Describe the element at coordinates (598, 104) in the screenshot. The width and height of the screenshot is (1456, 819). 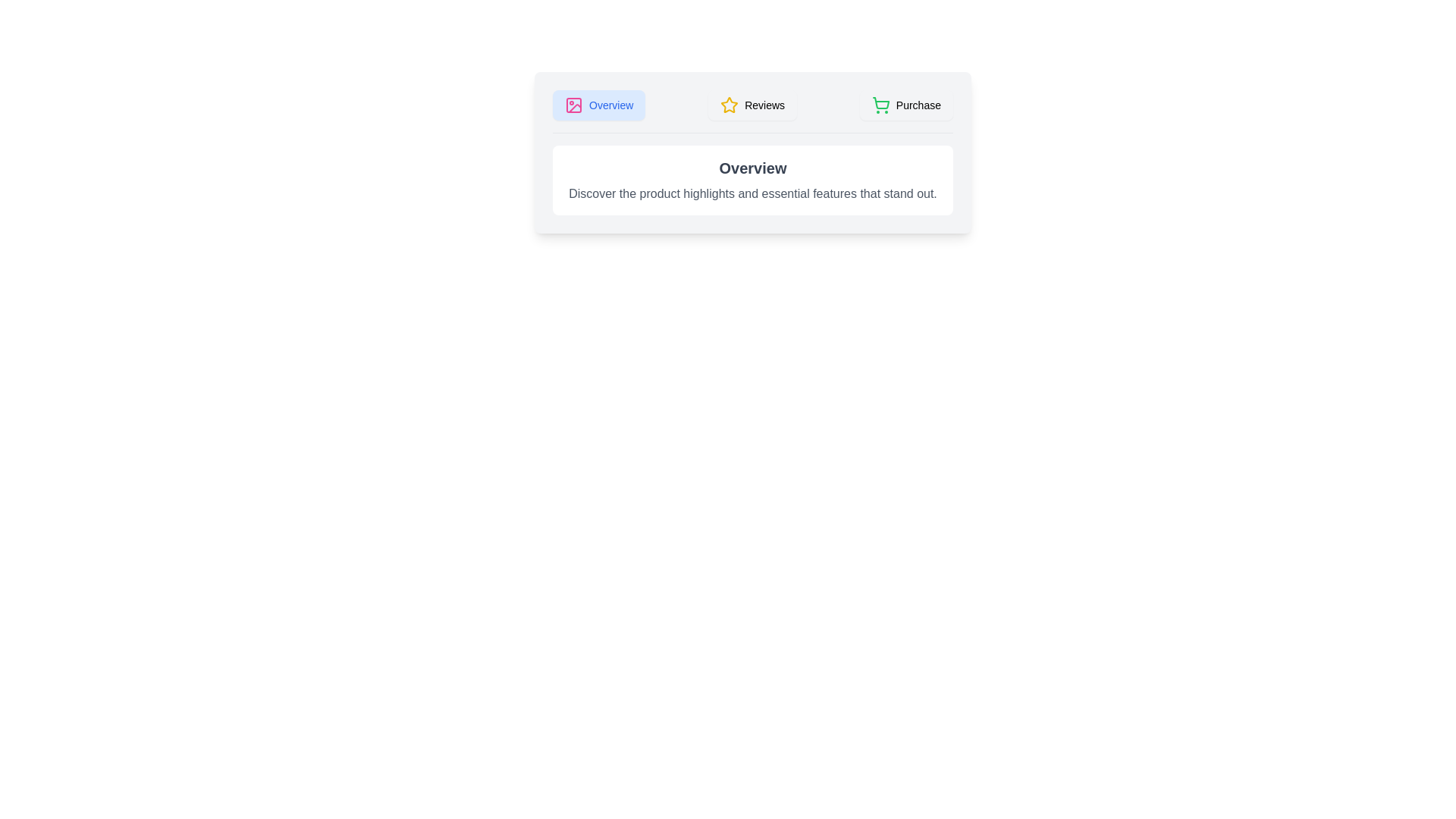
I see `the Overview tab to view its content` at that location.